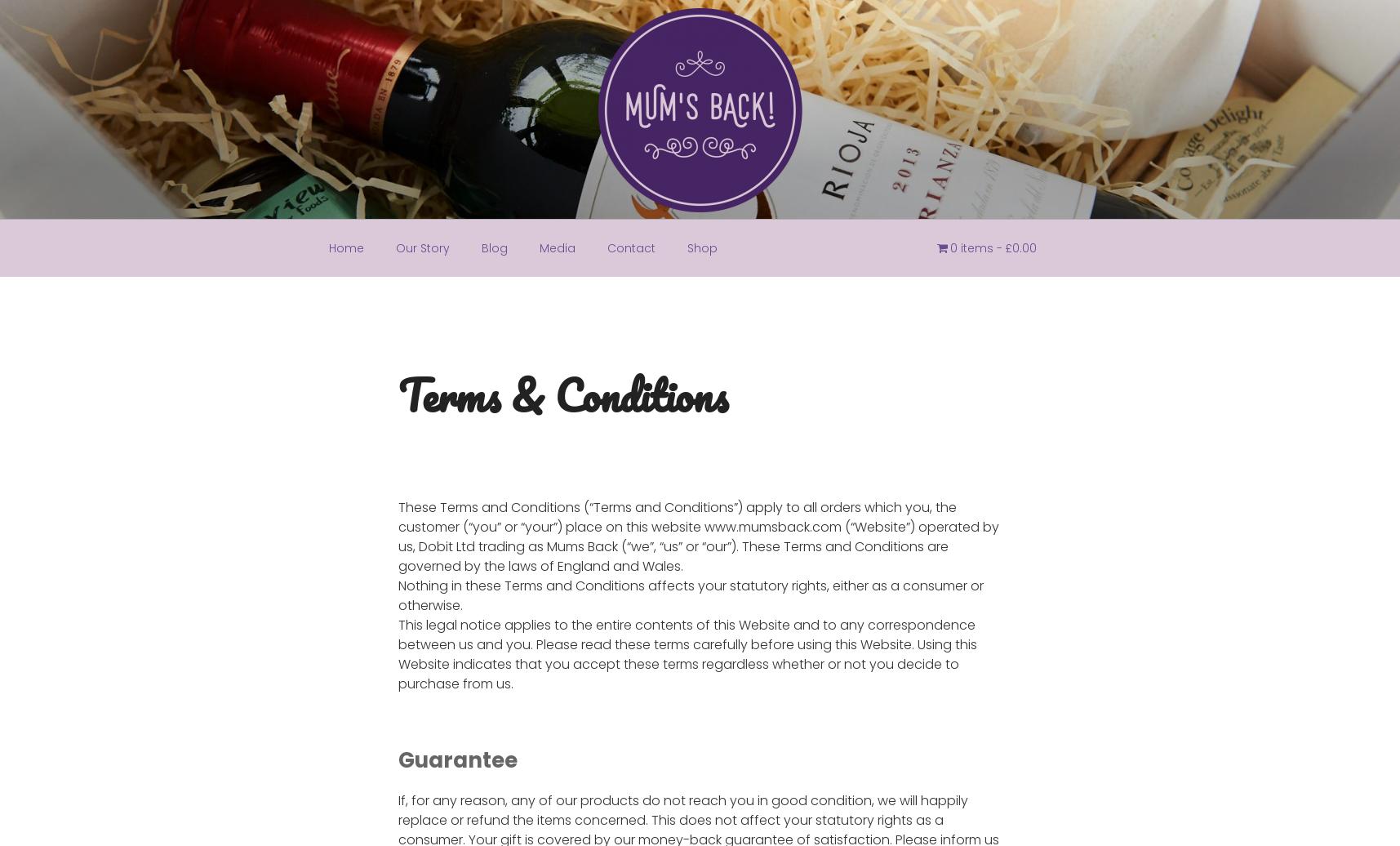 The image size is (1400, 846). Describe the element at coordinates (971, 247) in the screenshot. I see `'0 items'` at that location.